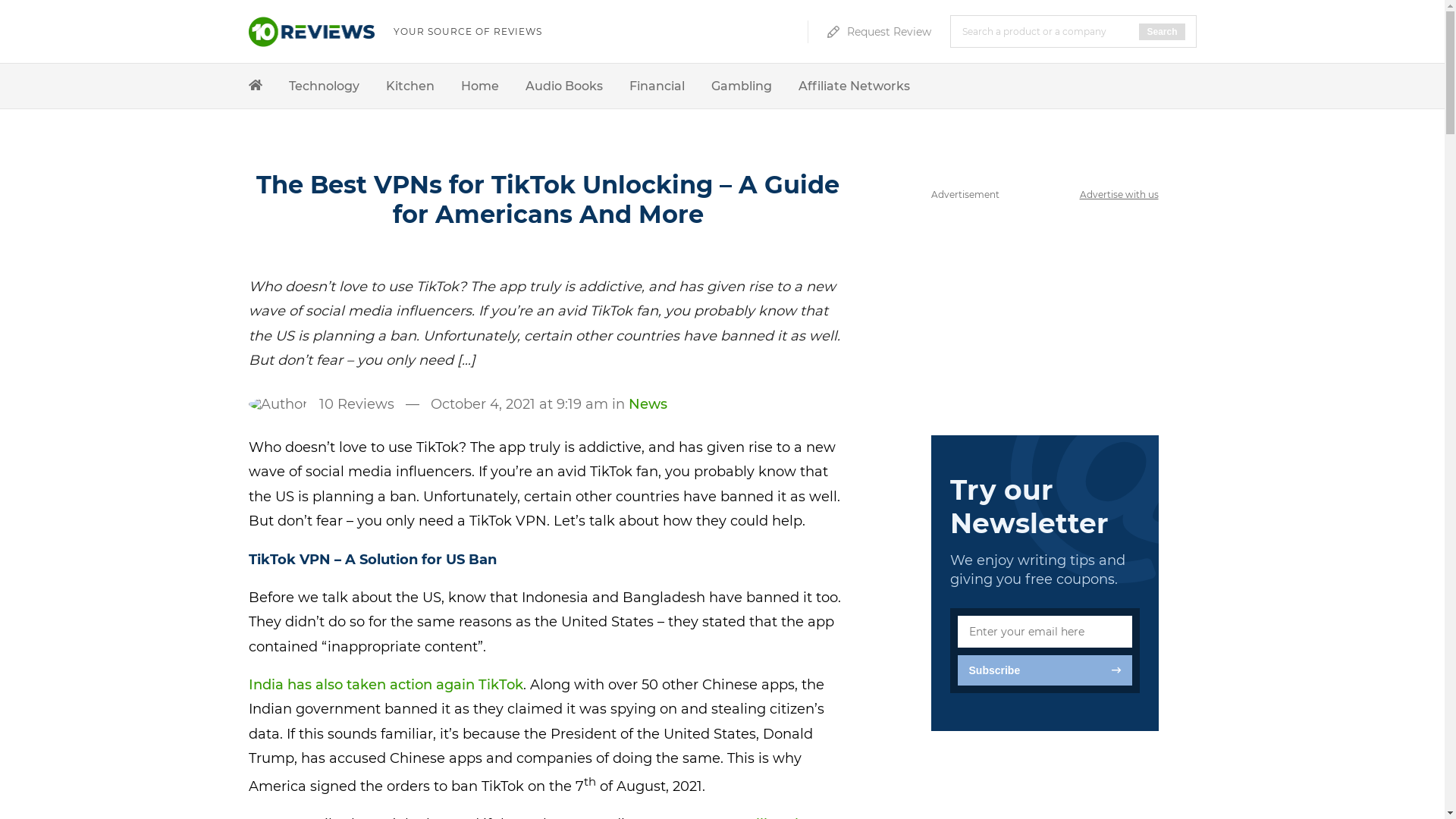  I want to click on 'Financial', so click(629, 86).